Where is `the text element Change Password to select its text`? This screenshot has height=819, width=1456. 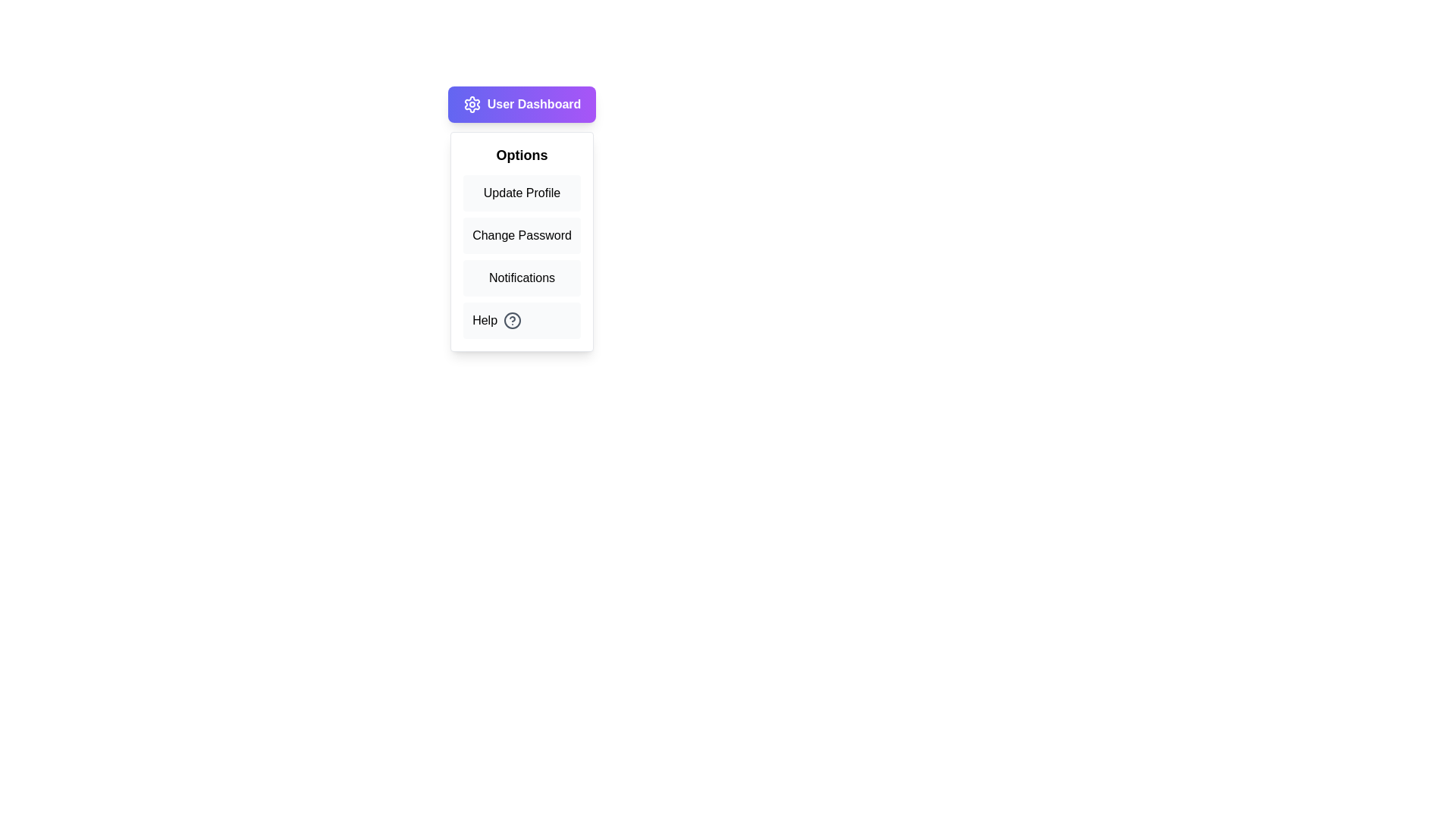 the text element Change Password to select its text is located at coordinates (522, 236).